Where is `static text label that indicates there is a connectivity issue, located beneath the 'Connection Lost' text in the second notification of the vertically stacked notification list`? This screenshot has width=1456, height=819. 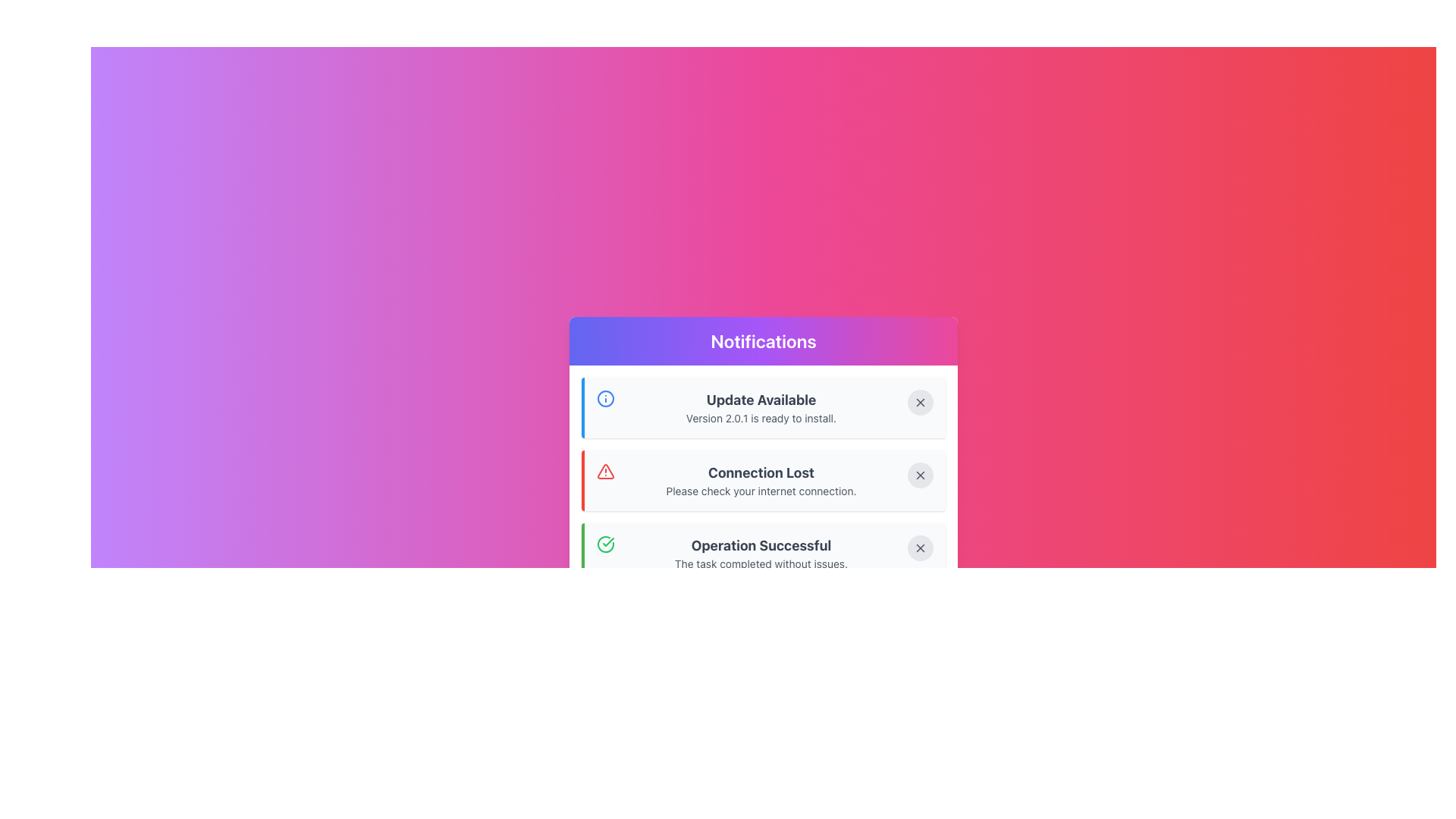 static text label that indicates there is a connectivity issue, located beneath the 'Connection Lost' text in the second notification of the vertically stacked notification list is located at coordinates (761, 491).